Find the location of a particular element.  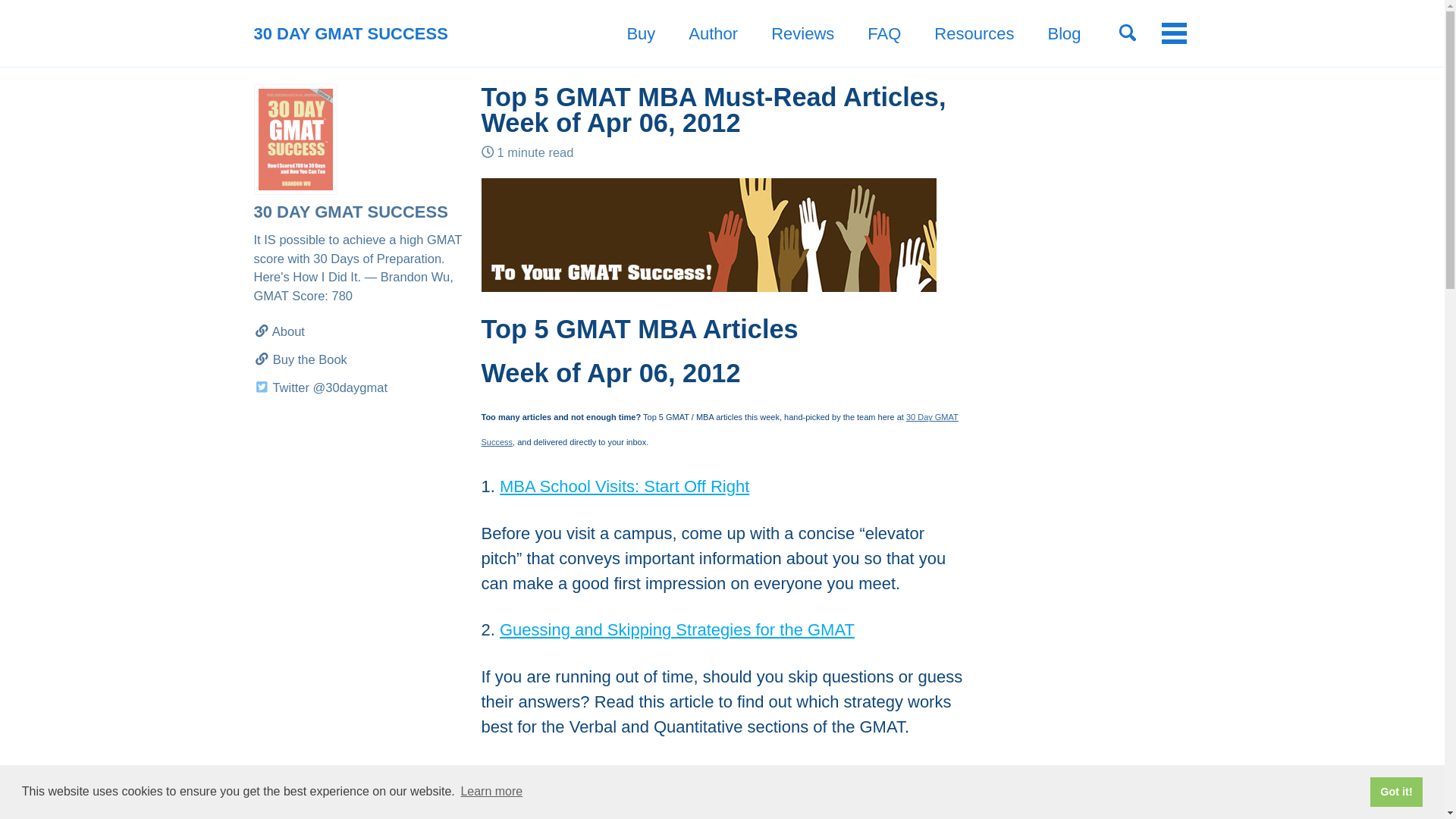

'30 Day GMAT Success' is located at coordinates (718, 429).